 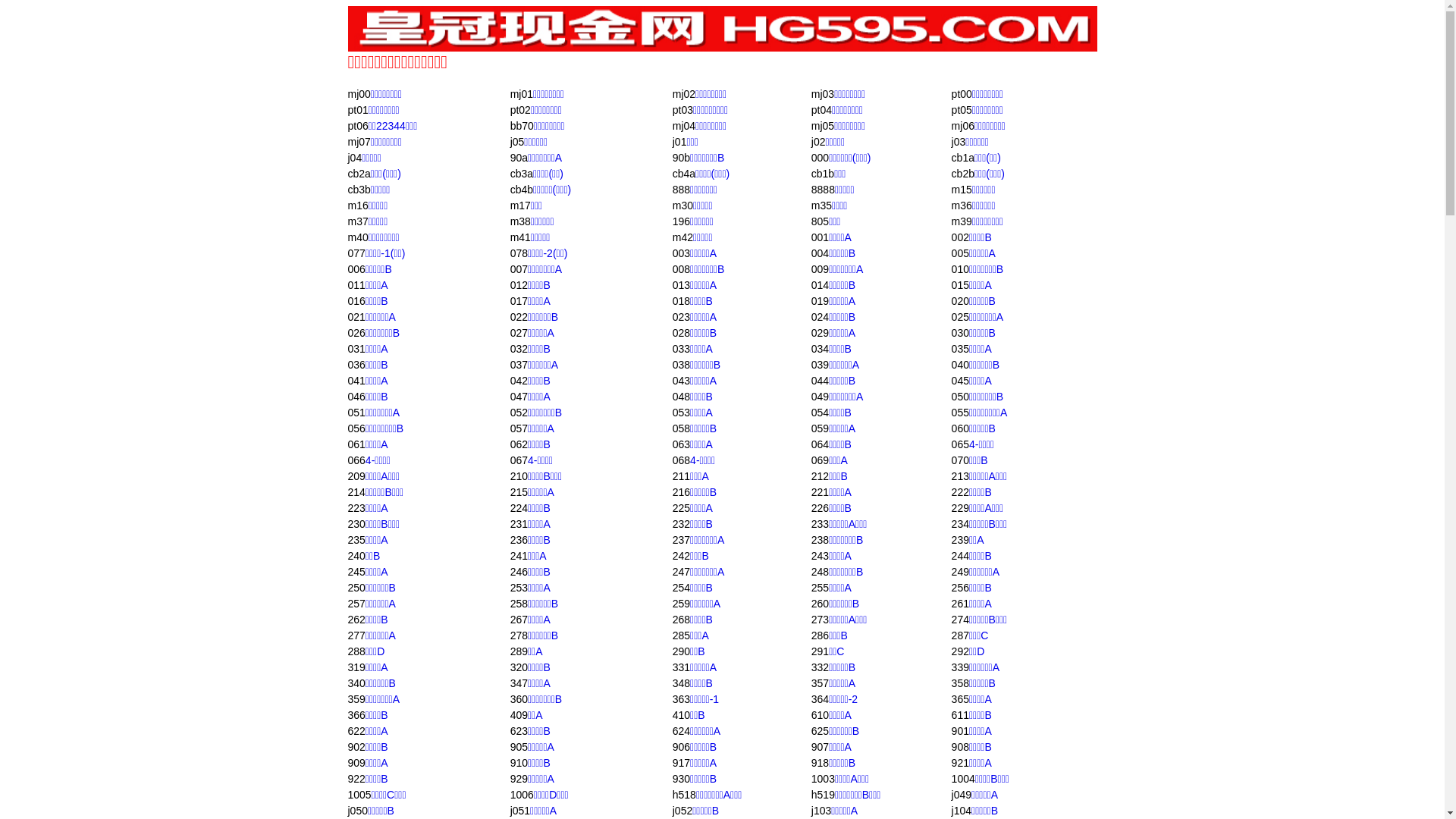 What do you see at coordinates (811, 172) in the screenshot?
I see `'cb1b'` at bounding box center [811, 172].